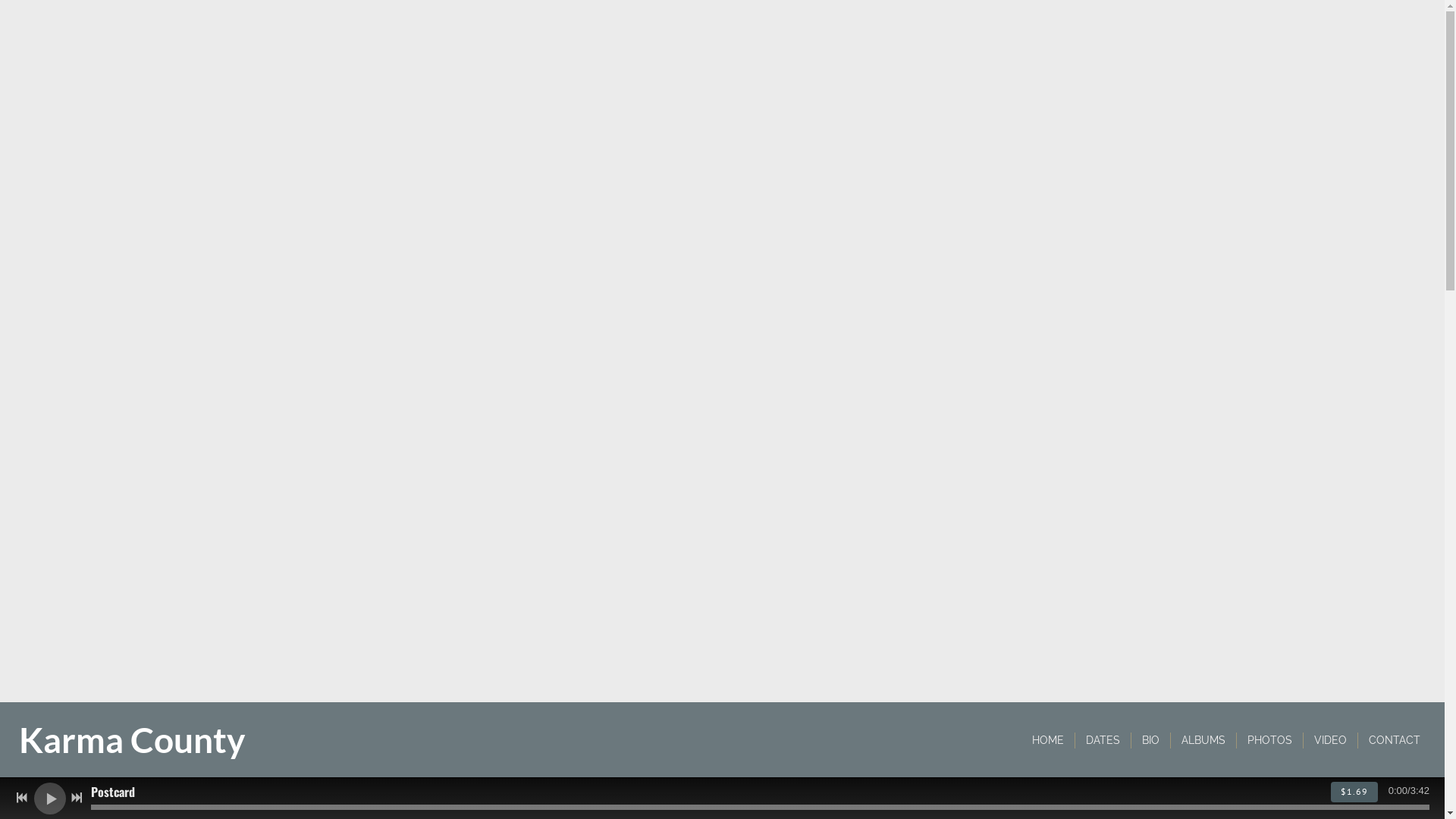 The height and width of the screenshot is (819, 1456). Describe the element at coordinates (21, 797) in the screenshot. I see `'Previous track'` at that location.